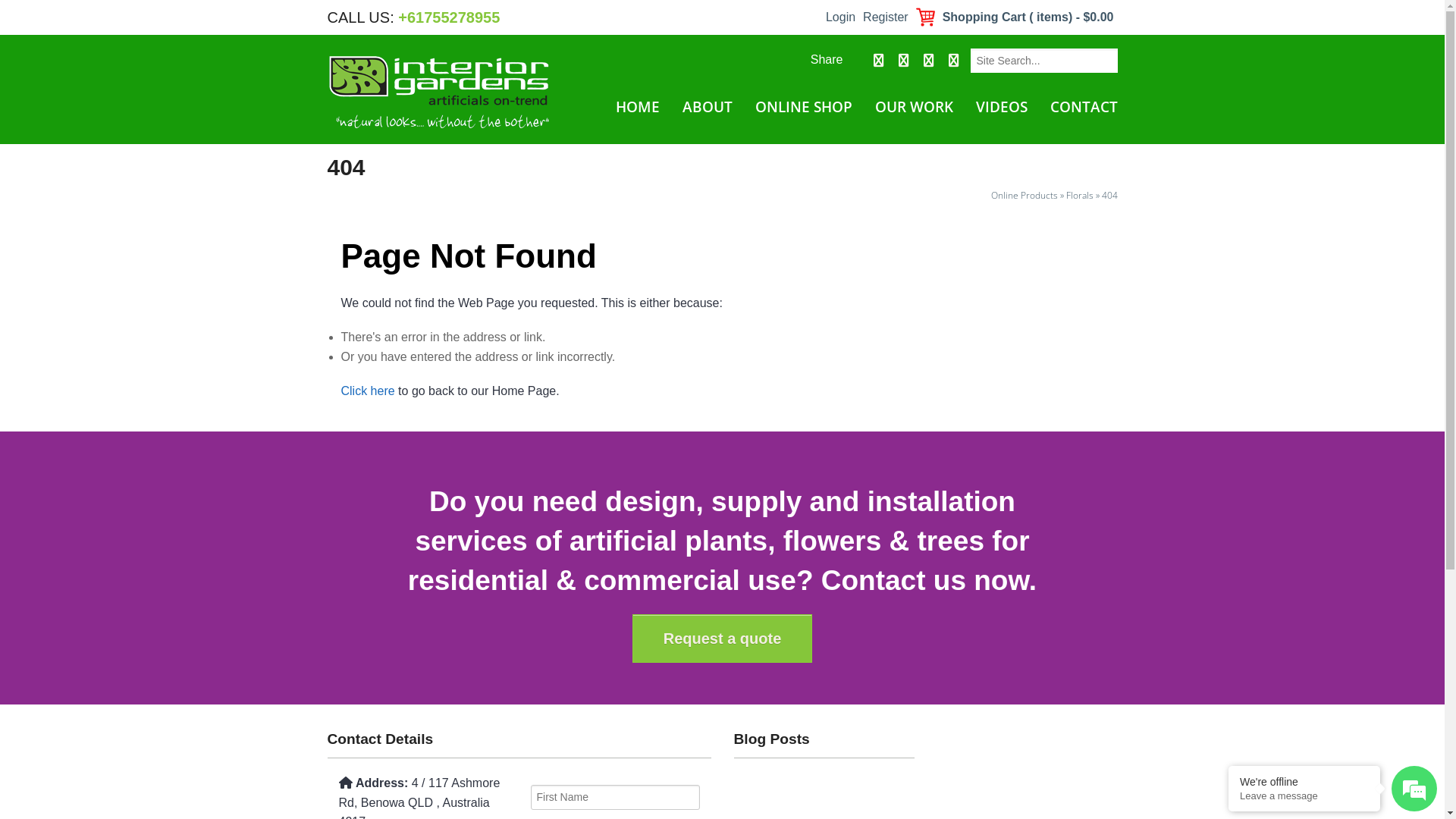 This screenshot has width=1456, height=819. I want to click on 'Google+', so click(927, 60).